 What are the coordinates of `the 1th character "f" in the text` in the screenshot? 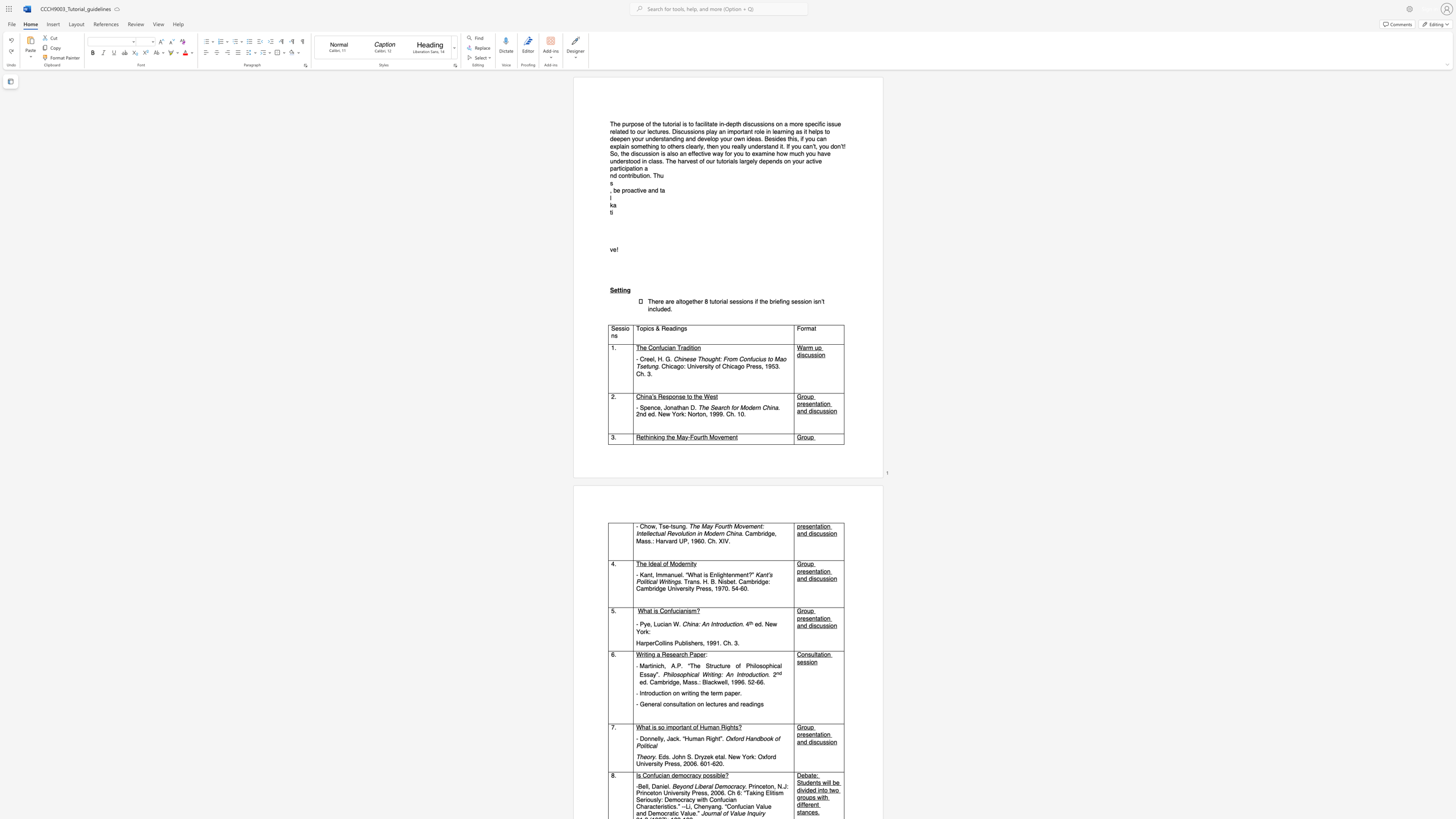 It's located at (660, 347).